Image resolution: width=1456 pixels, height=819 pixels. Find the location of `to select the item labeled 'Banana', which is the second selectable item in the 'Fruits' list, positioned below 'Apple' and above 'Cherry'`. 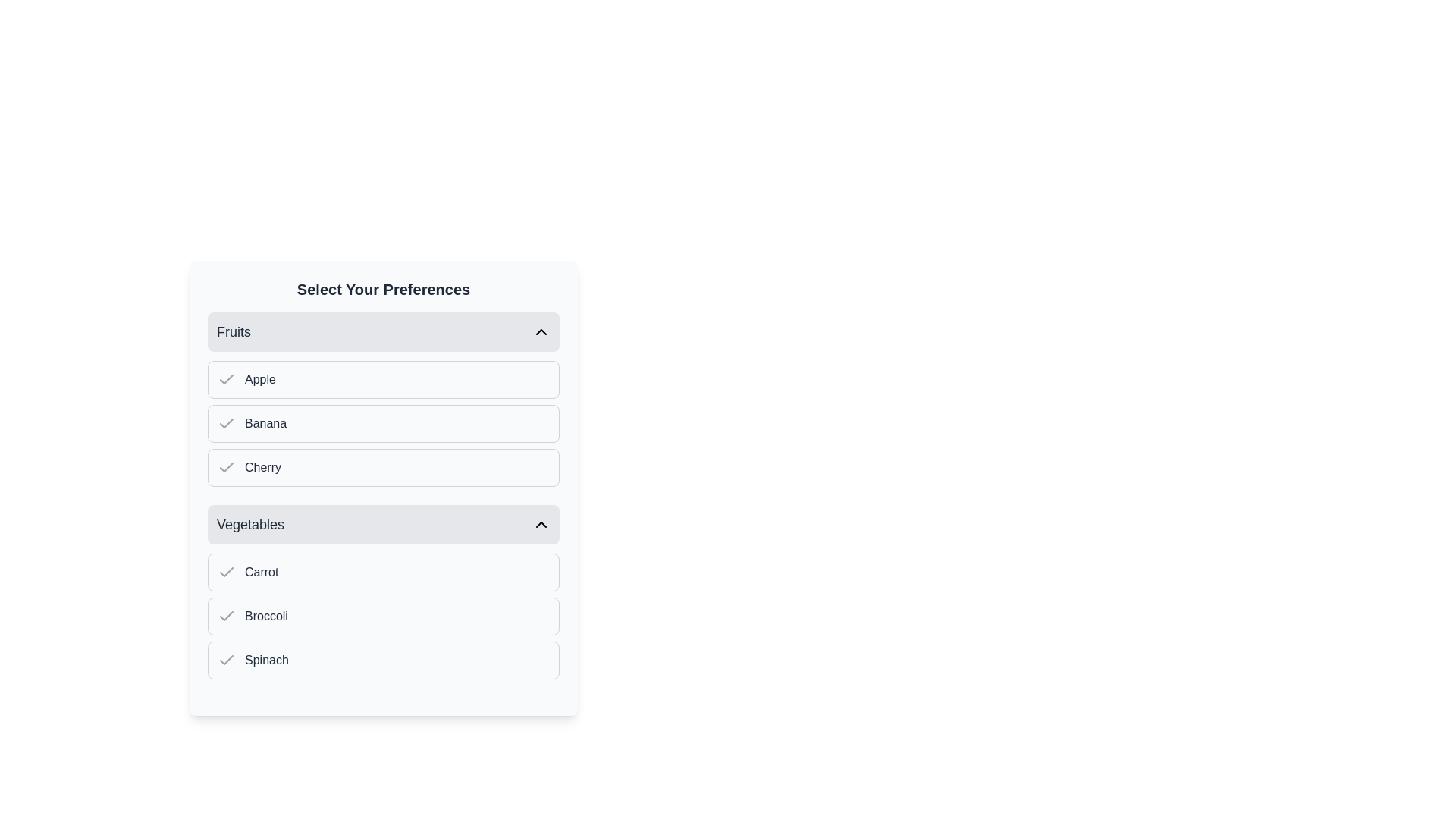

to select the item labeled 'Banana', which is the second selectable item in the 'Fruits' list, positioned below 'Apple' and above 'Cherry' is located at coordinates (383, 424).